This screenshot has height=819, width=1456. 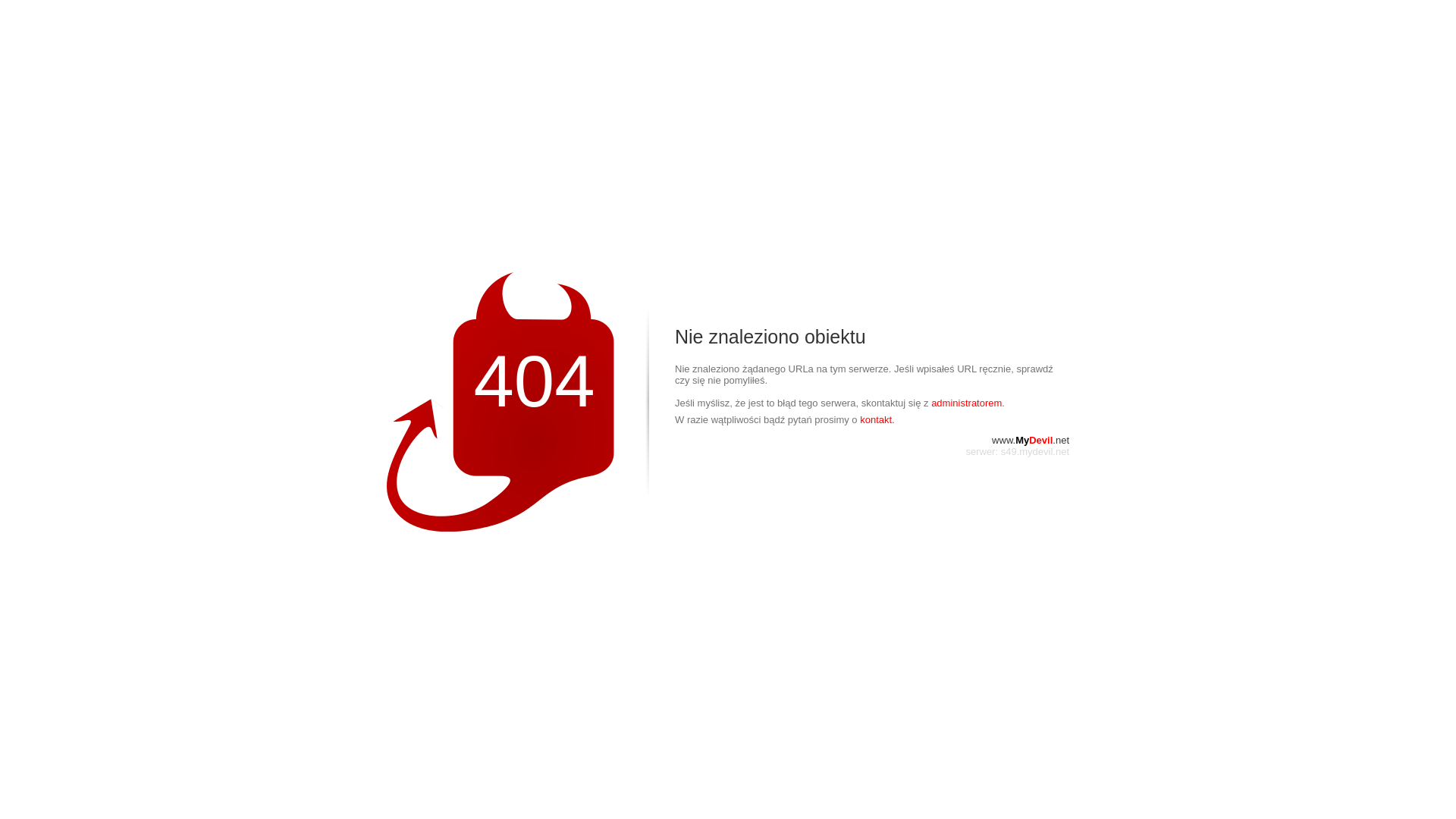 What do you see at coordinates (1030, 440) in the screenshot?
I see `'www.MyDevil.net'` at bounding box center [1030, 440].